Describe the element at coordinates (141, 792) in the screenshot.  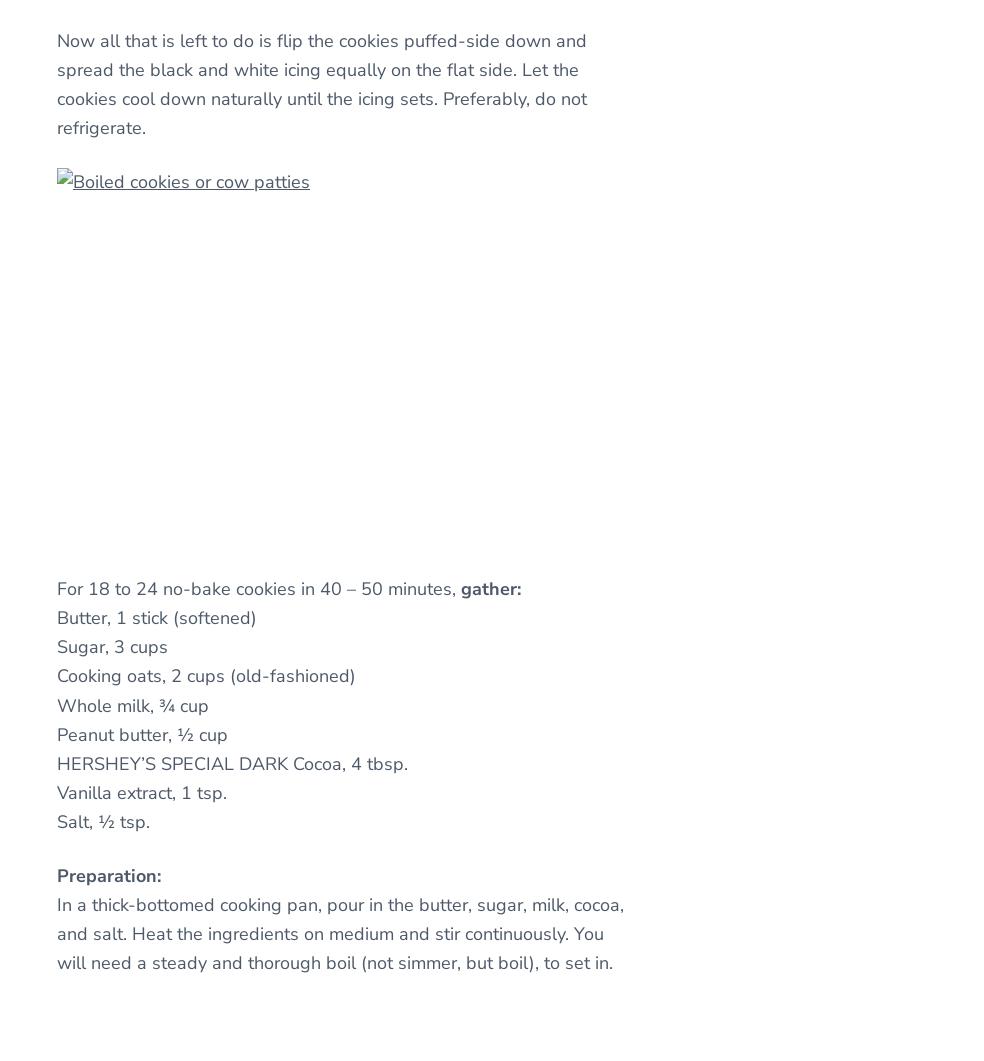
I see `'Vanilla extract, 1 tsp.'` at that location.